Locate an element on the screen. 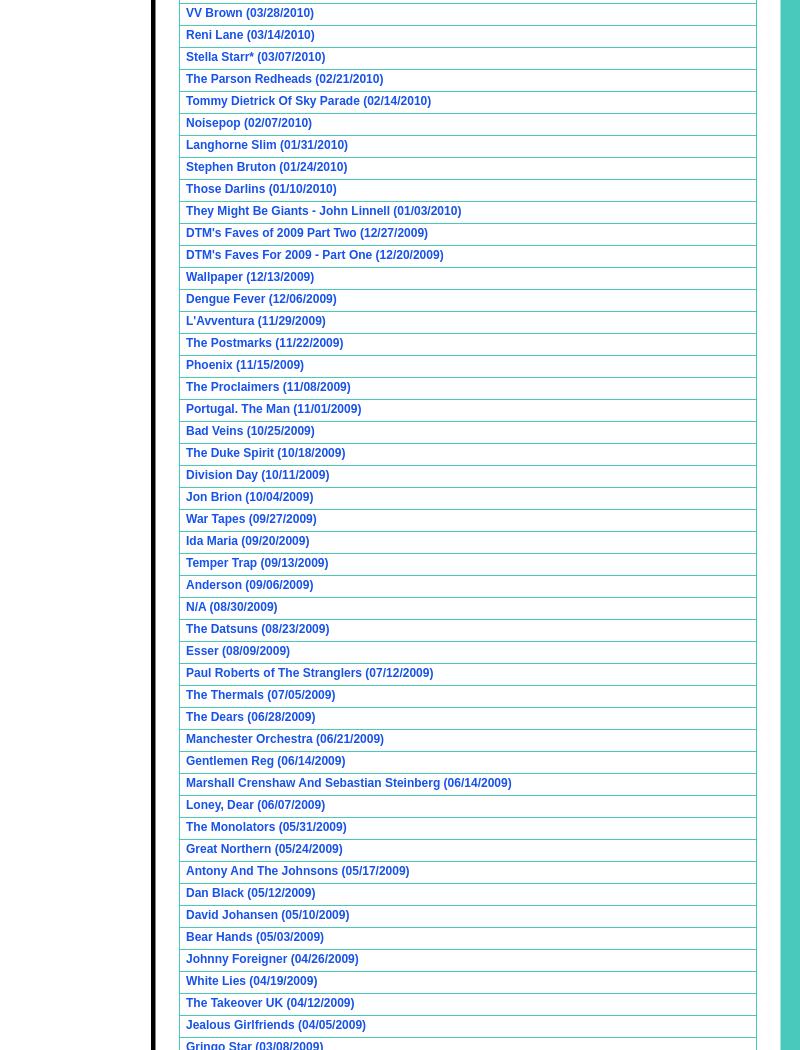 The height and width of the screenshot is (1050, 800). 'The Dears (06/28/2009)' is located at coordinates (249, 716).